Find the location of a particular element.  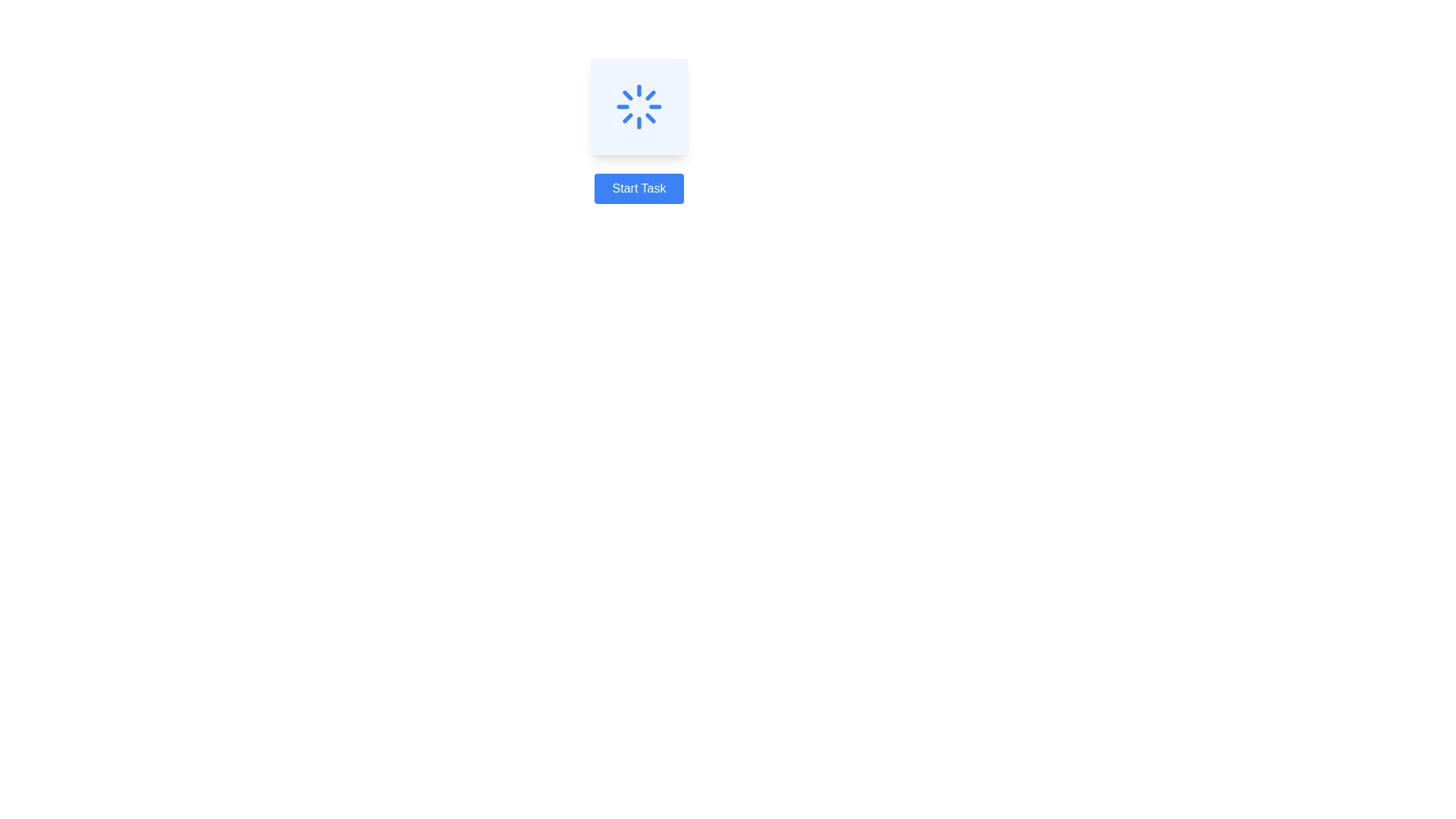

the button located at the bottom of the vertical layout is located at coordinates (639, 188).